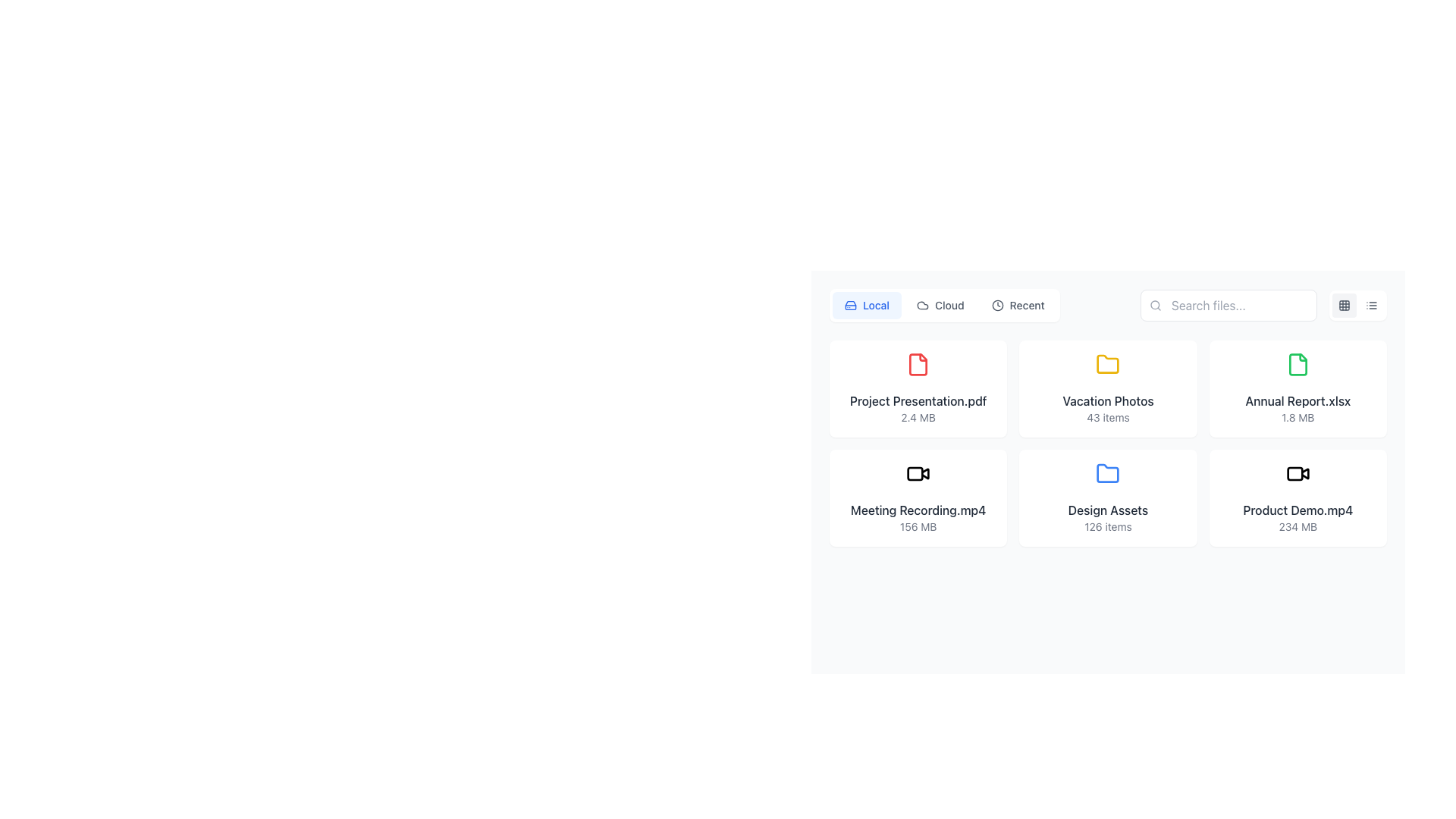  Describe the element at coordinates (918, 408) in the screenshot. I see `the label or text descriptor for a file, which provides information about the file's name and size, located in the top-left section of the document listing grid` at that location.